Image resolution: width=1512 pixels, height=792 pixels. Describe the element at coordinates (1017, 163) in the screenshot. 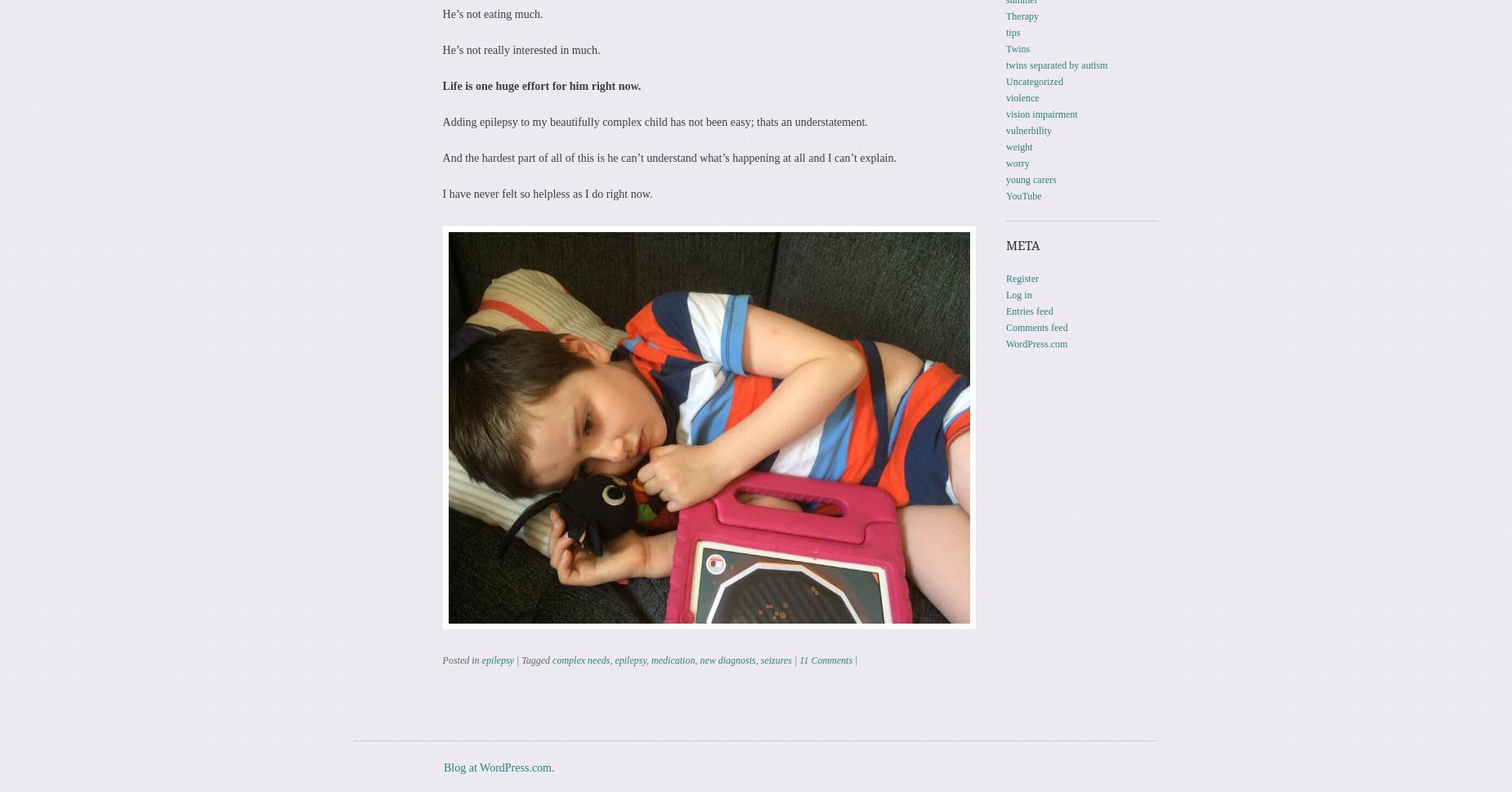

I see `'worry'` at that location.